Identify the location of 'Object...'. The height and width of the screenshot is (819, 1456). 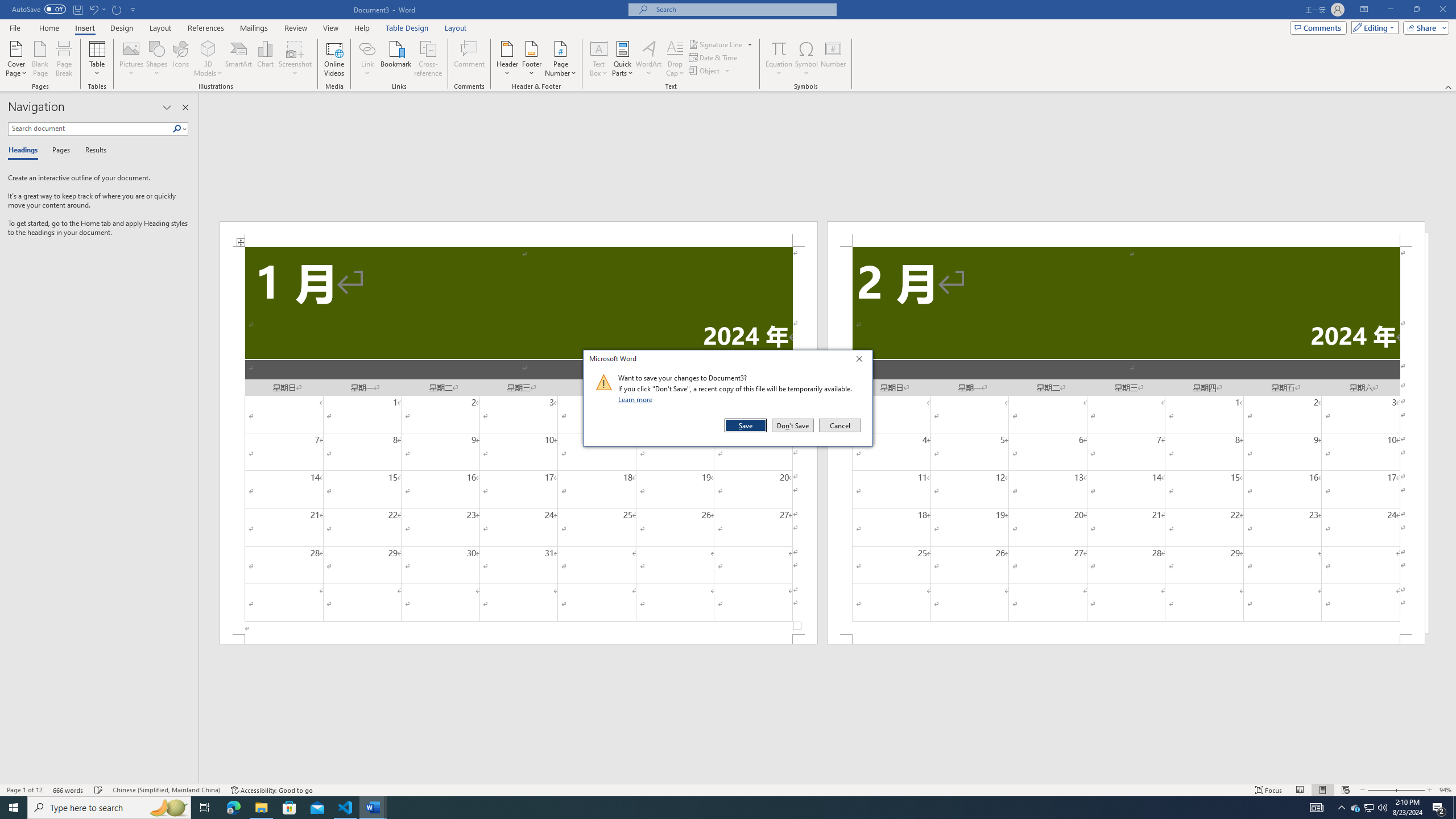
(705, 69).